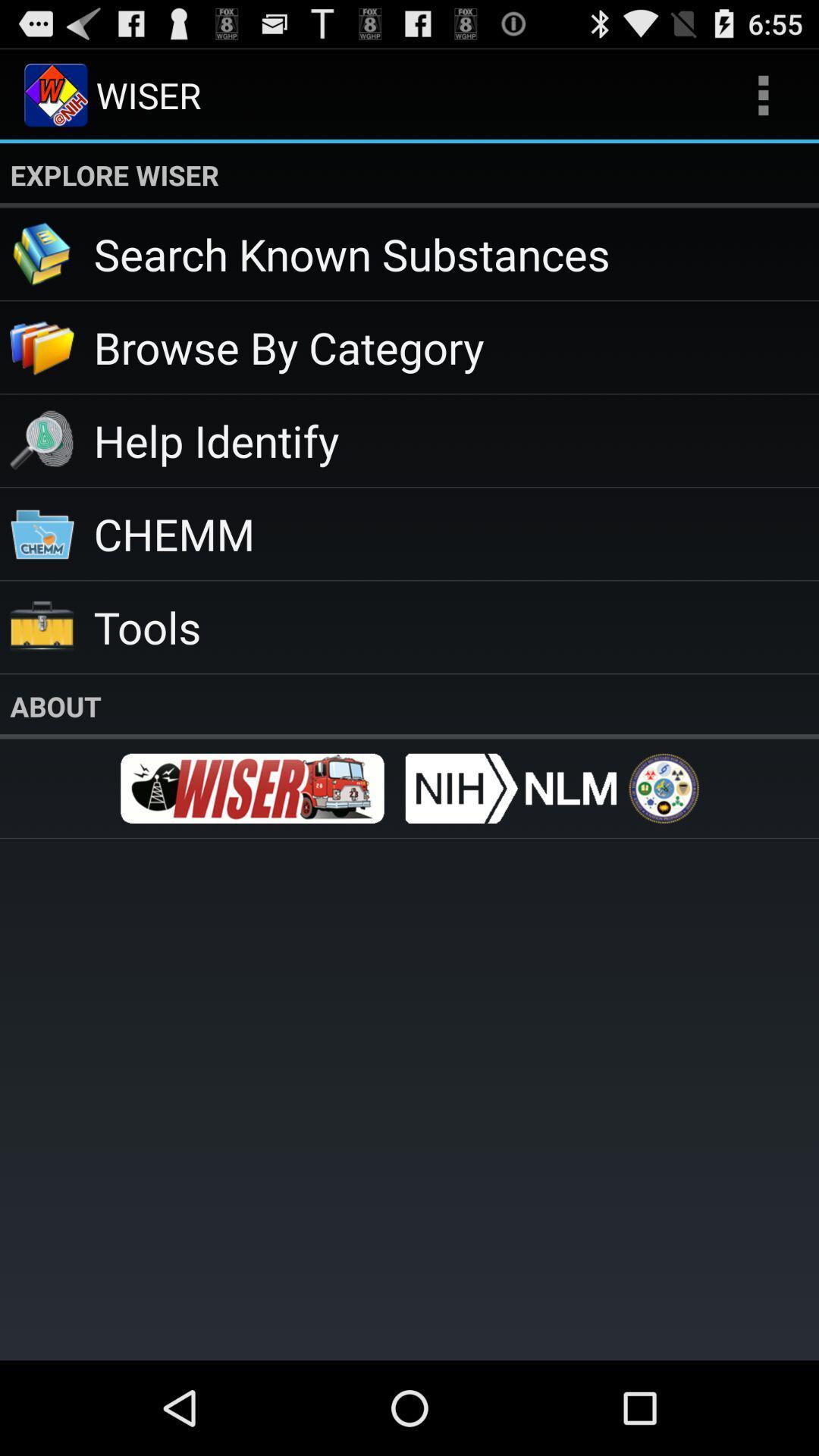  Describe the element at coordinates (455, 533) in the screenshot. I see `chemm` at that location.